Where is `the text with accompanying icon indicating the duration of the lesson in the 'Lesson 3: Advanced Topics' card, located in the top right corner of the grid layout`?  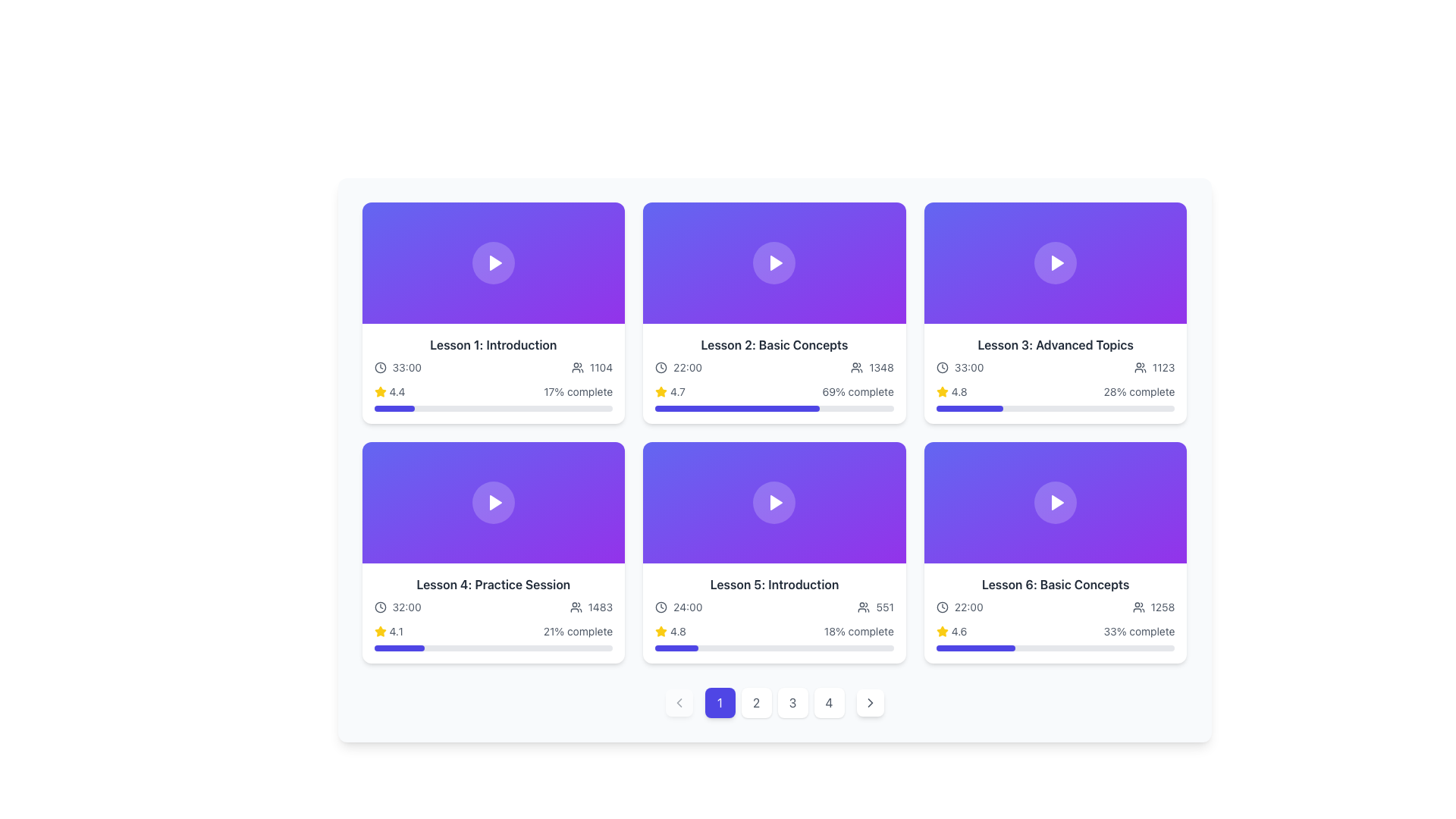 the text with accompanying icon indicating the duration of the lesson in the 'Lesson 3: Advanced Topics' card, located in the top right corner of the grid layout is located at coordinates (959, 368).